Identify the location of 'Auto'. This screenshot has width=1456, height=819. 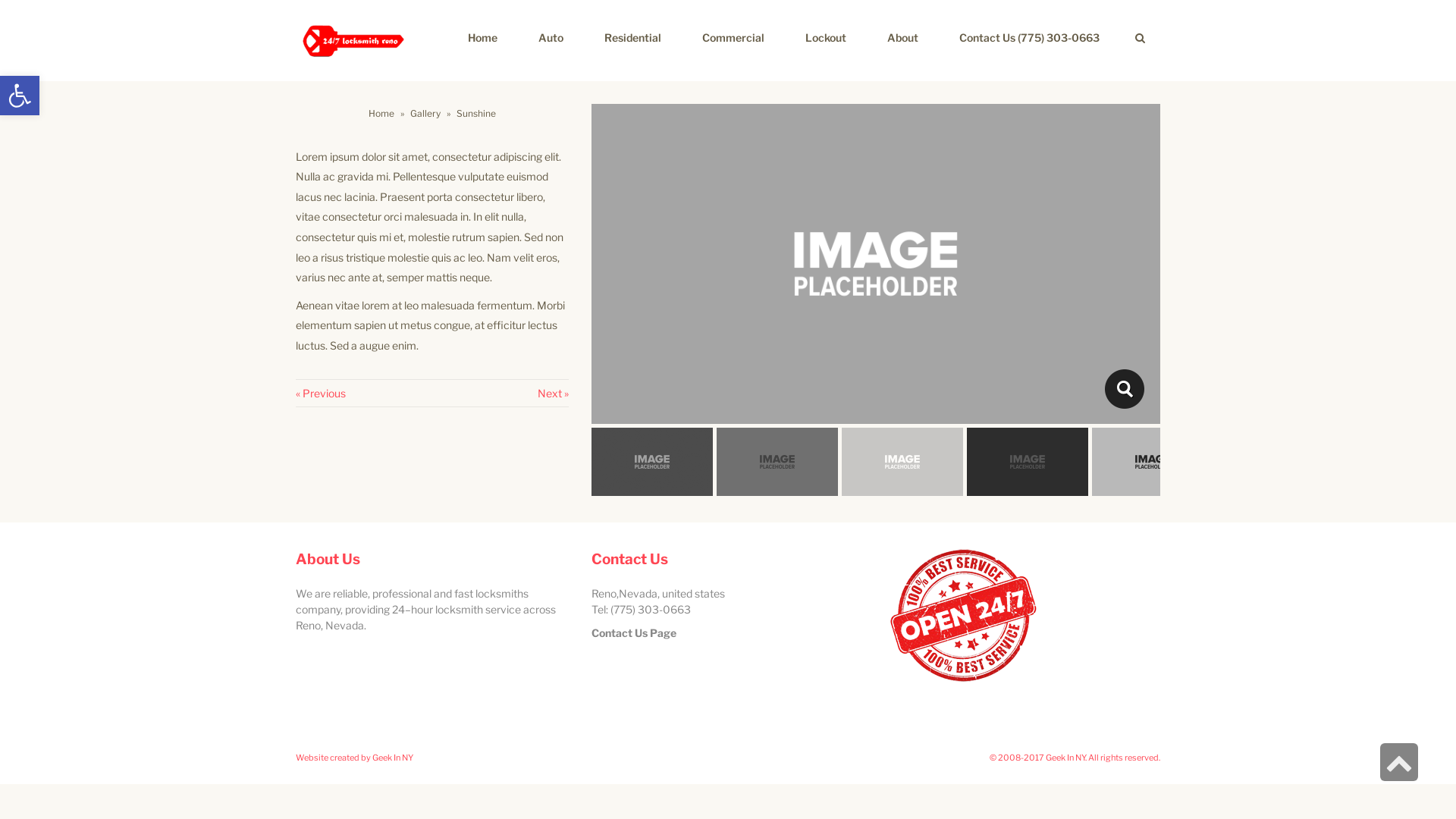
(517, 37).